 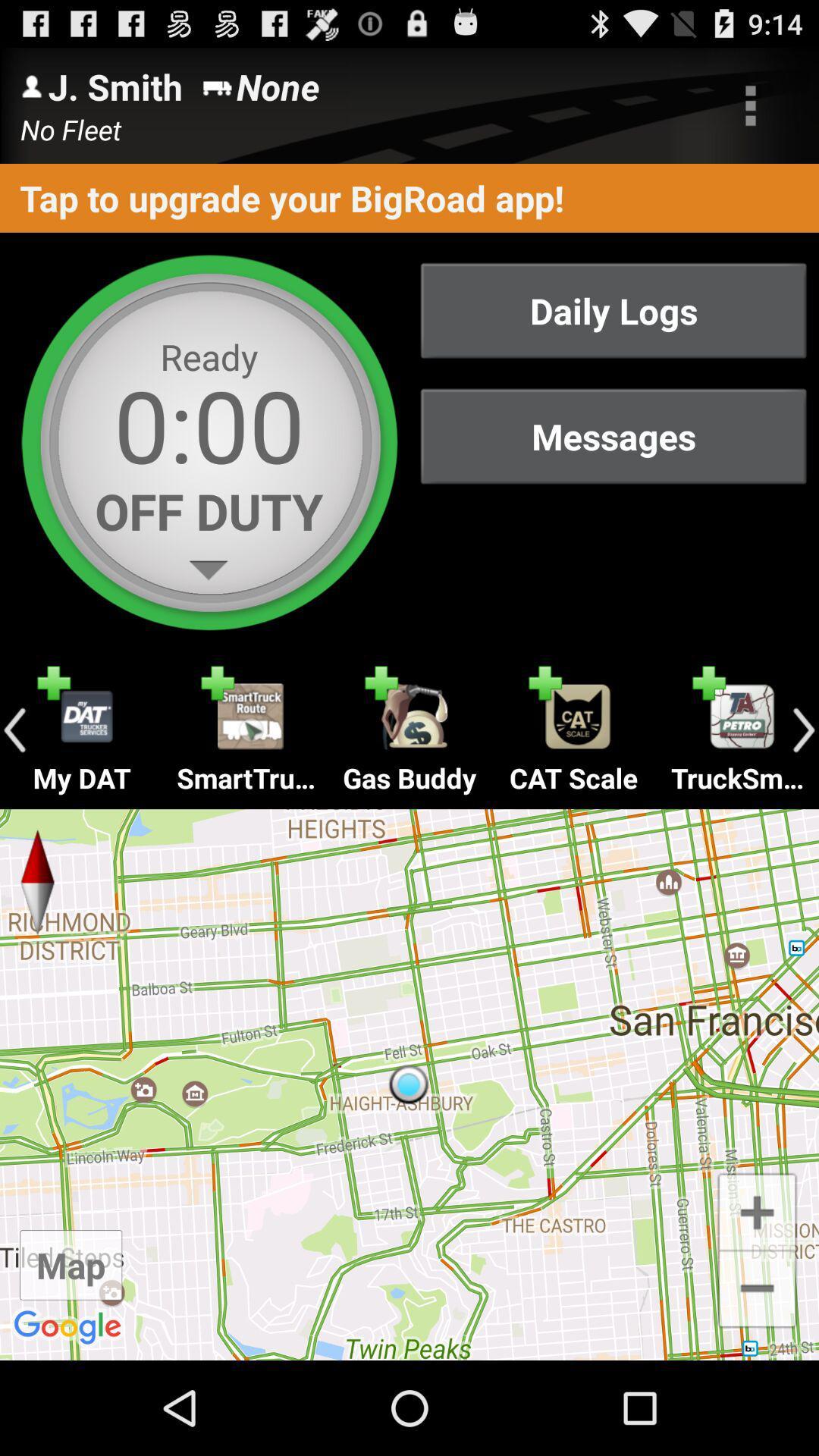 What do you see at coordinates (409, 197) in the screenshot?
I see `the tap to upgrade item` at bounding box center [409, 197].